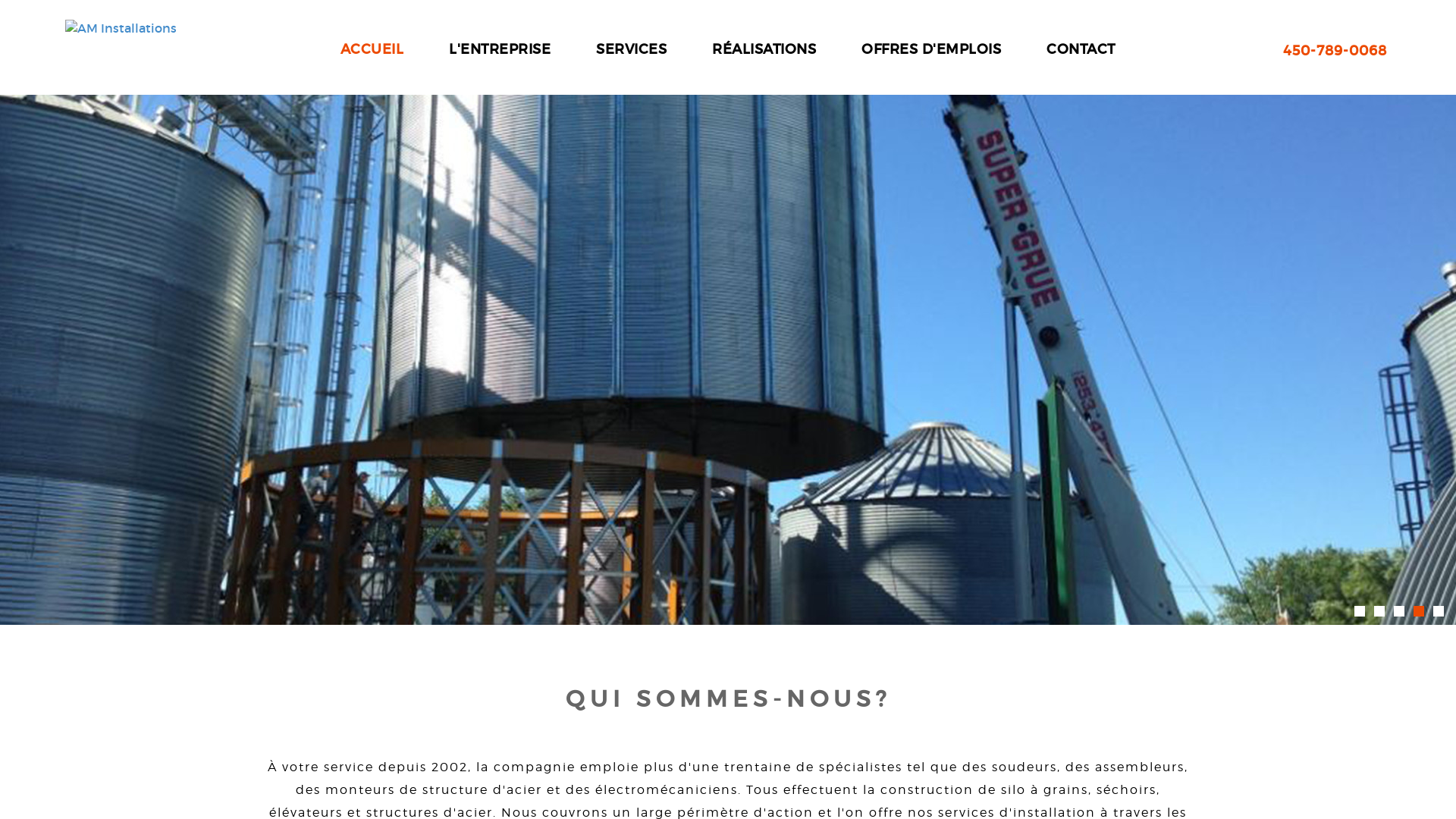 Image resolution: width=1456 pixels, height=819 pixels. What do you see at coordinates (1360, 610) in the screenshot?
I see `'1'` at bounding box center [1360, 610].